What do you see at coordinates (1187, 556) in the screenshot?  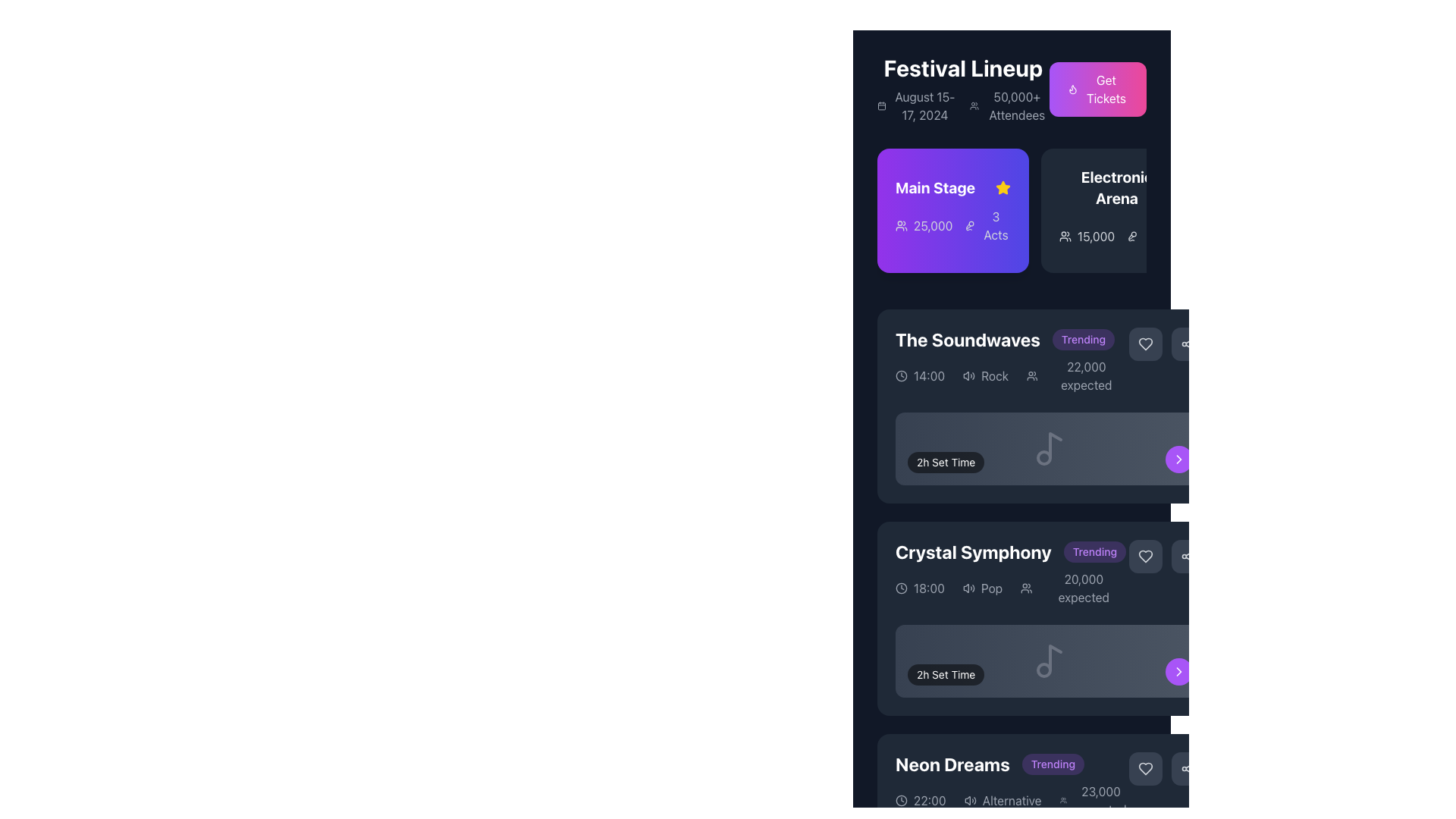 I see `the circular sharing button with three connected dots in the upper-right corner of the 'Crystal Symphony' section` at bounding box center [1187, 556].